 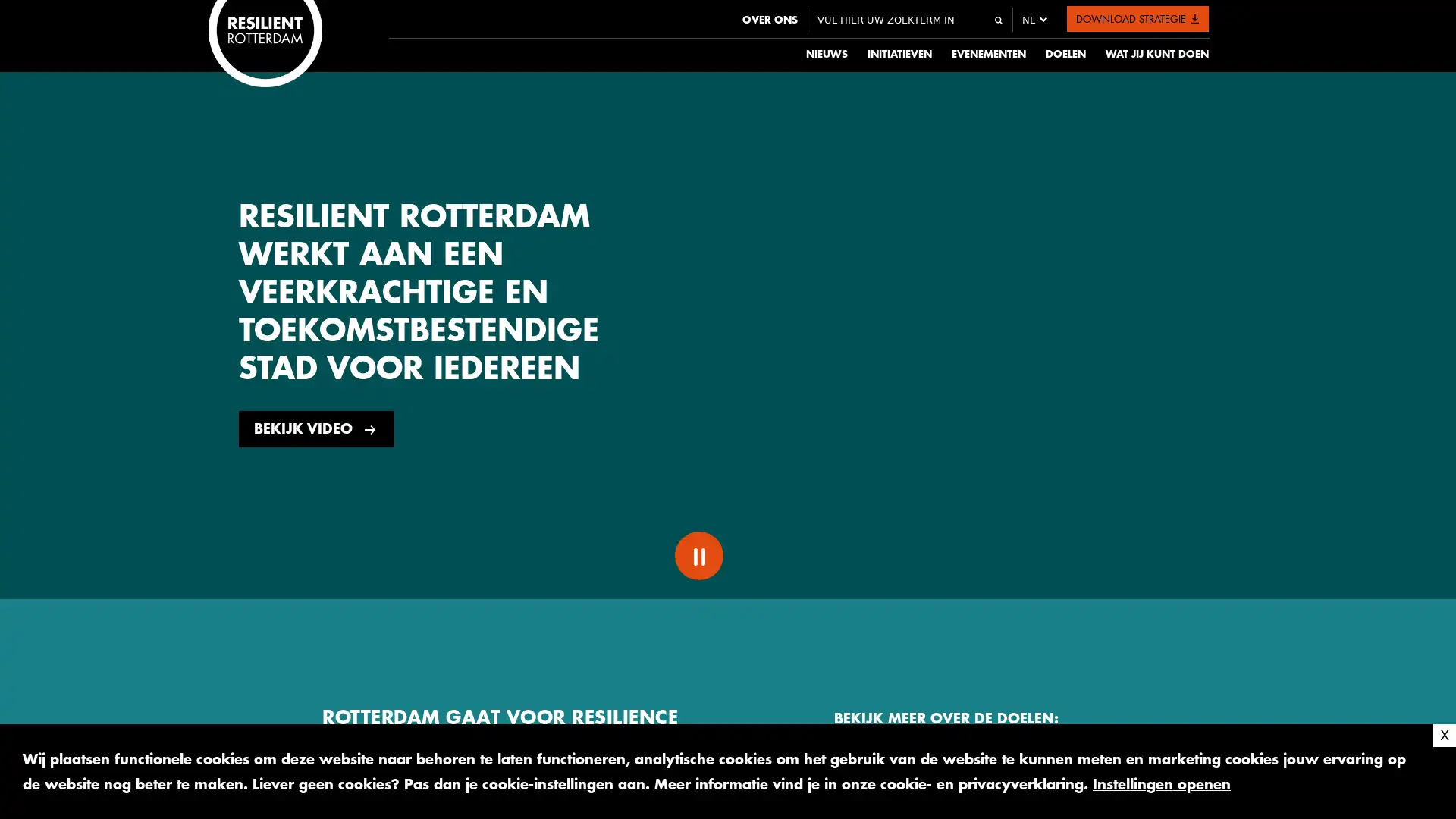 What do you see at coordinates (315, 429) in the screenshot?
I see `BEKIJK VIDEO` at bounding box center [315, 429].